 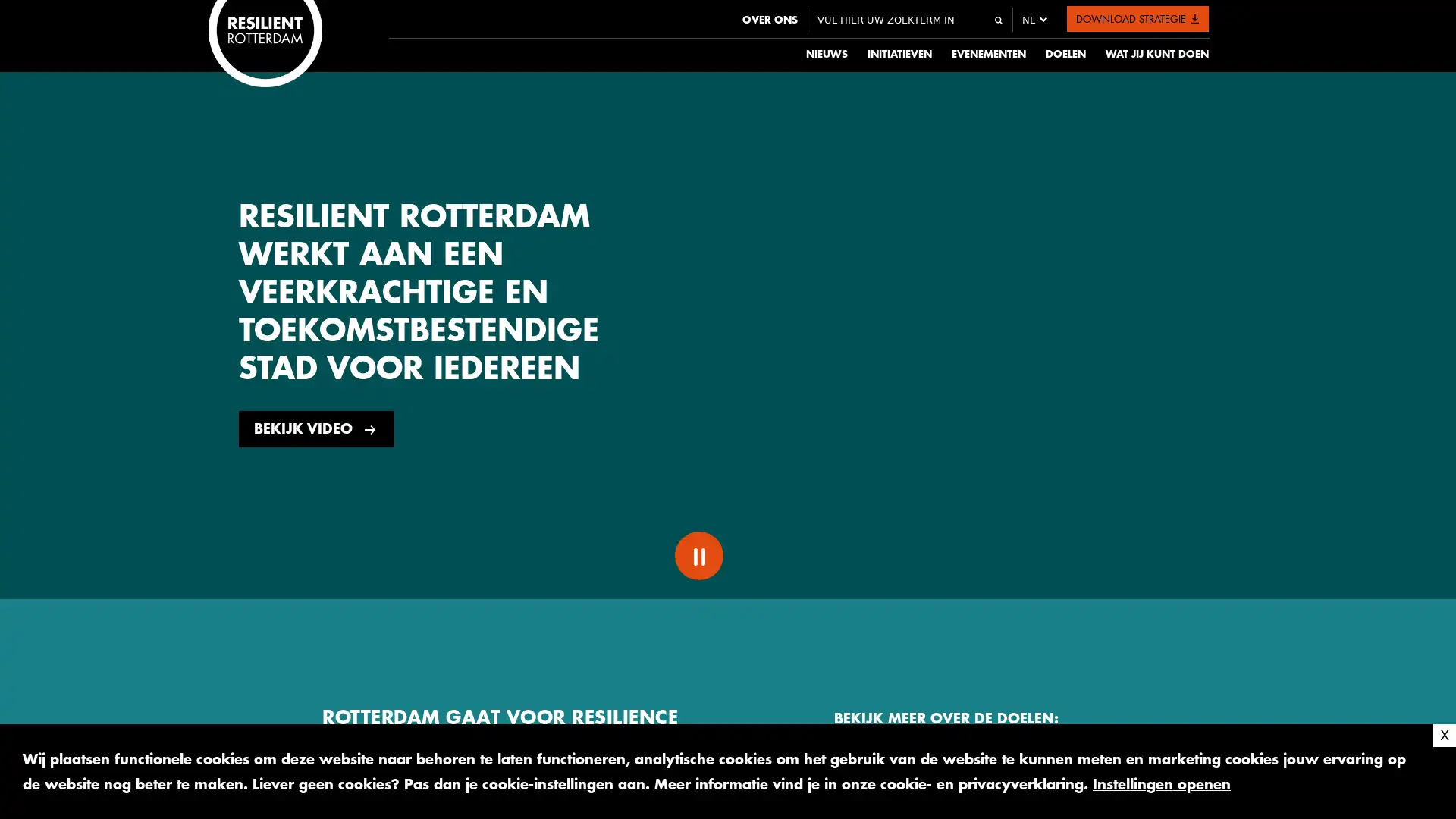 What do you see at coordinates (315, 429) in the screenshot?
I see `BEKIJK VIDEO` at bounding box center [315, 429].